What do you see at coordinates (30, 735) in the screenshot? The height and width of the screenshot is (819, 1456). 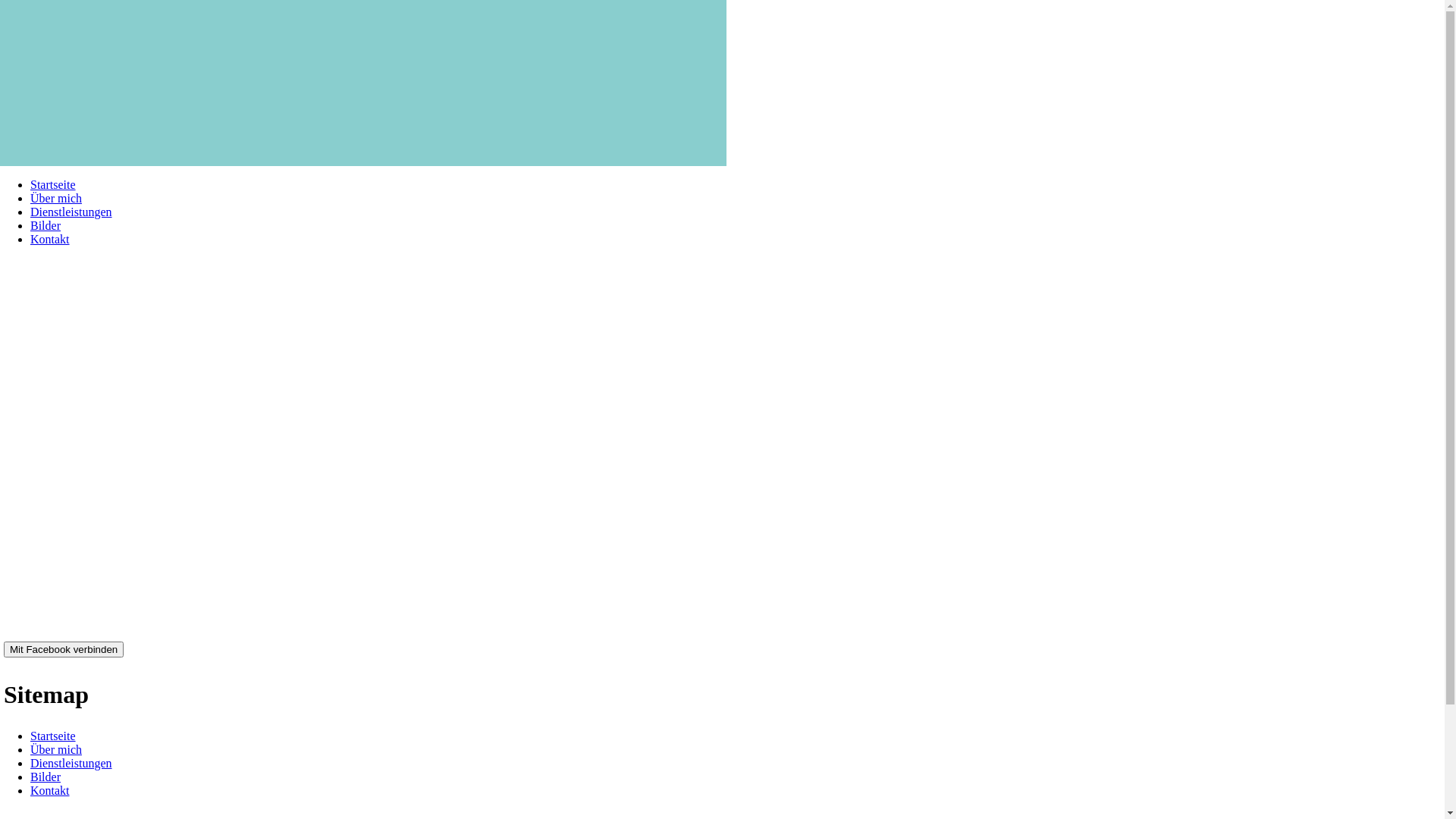 I see `'Startseite'` at bounding box center [30, 735].